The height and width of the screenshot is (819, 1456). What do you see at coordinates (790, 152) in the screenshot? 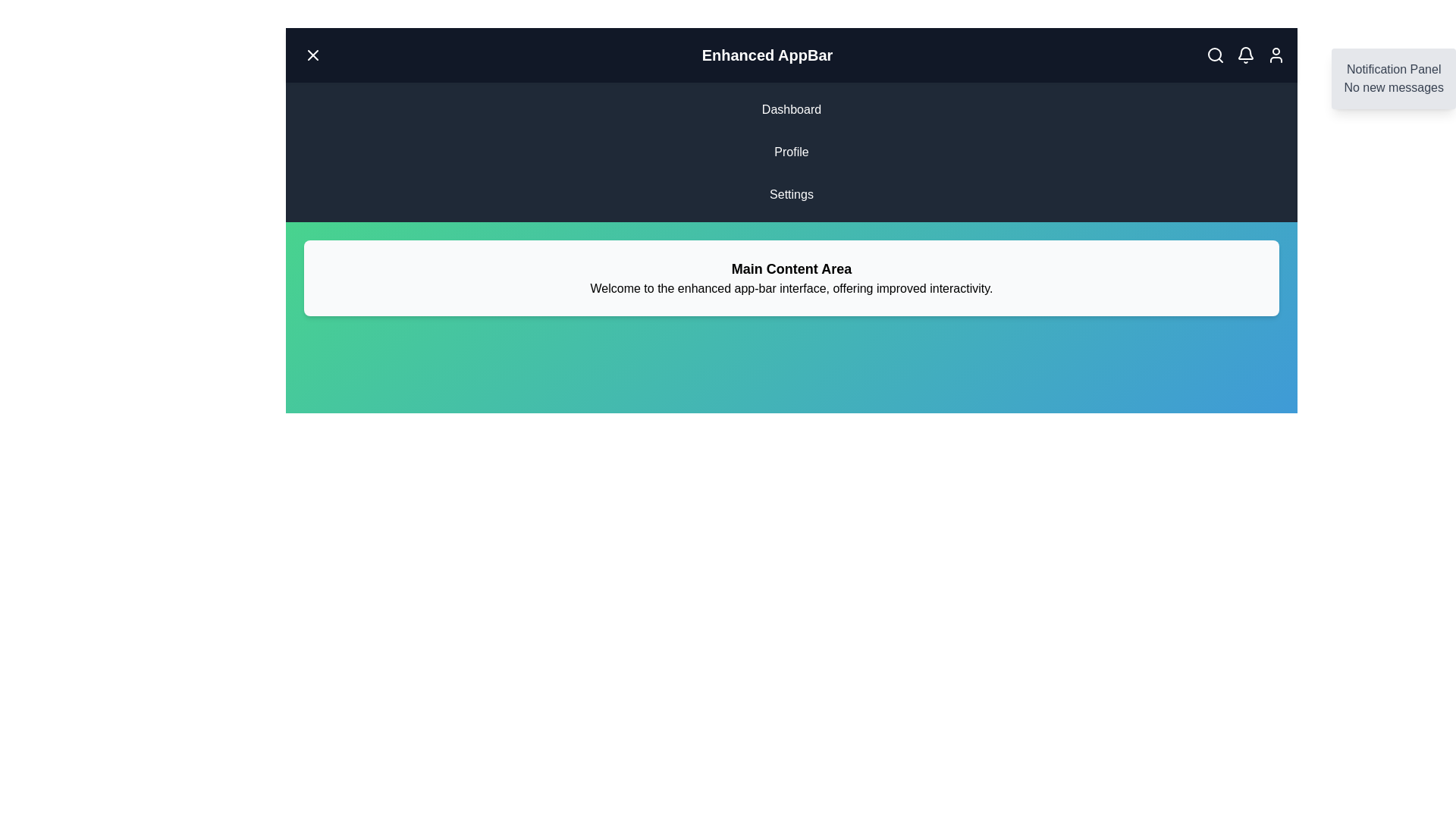
I see `the menu item corresponding to Profile to navigate` at bounding box center [790, 152].